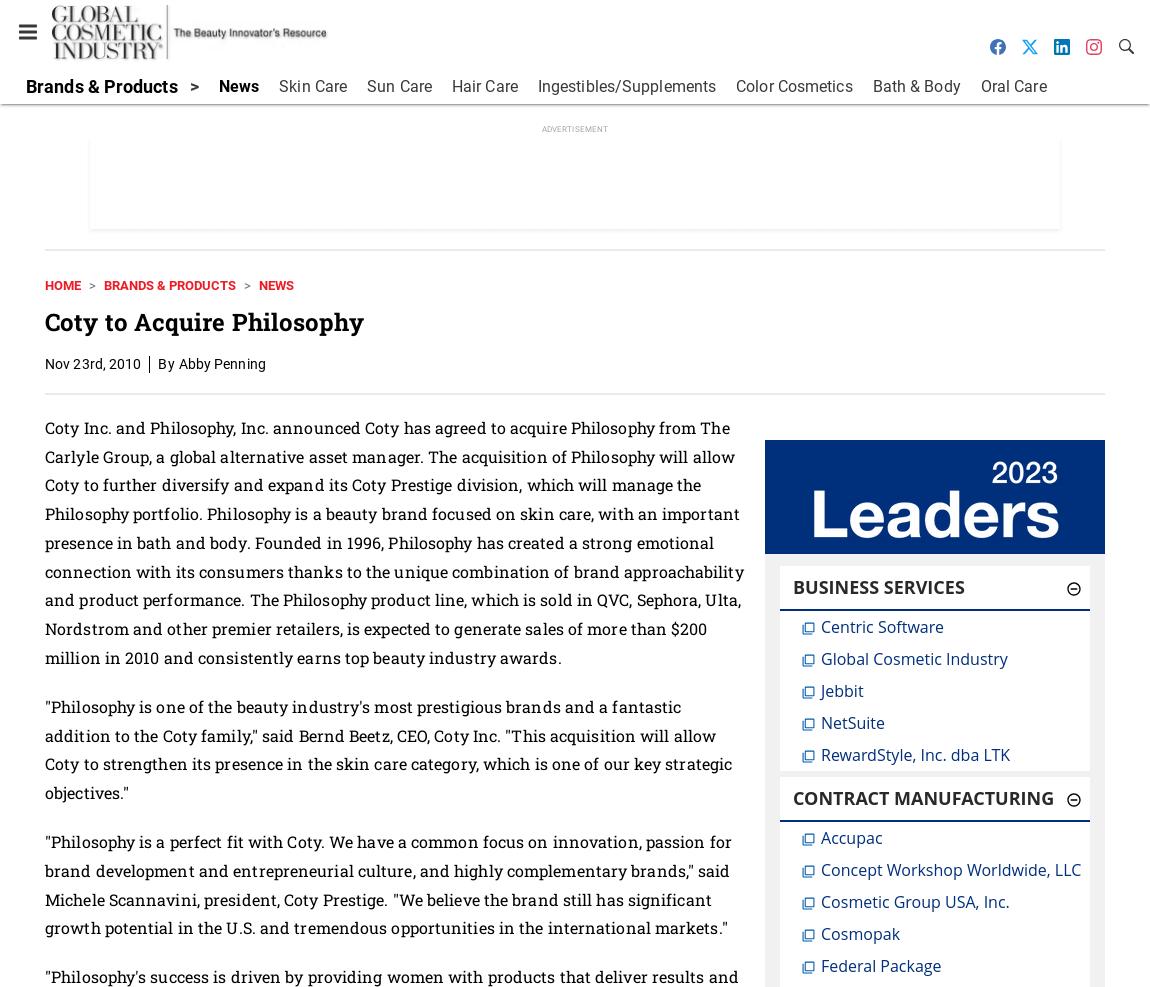  Describe the element at coordinates (313, 85) in the screenshot. I see `'Skin Care'` at that location.